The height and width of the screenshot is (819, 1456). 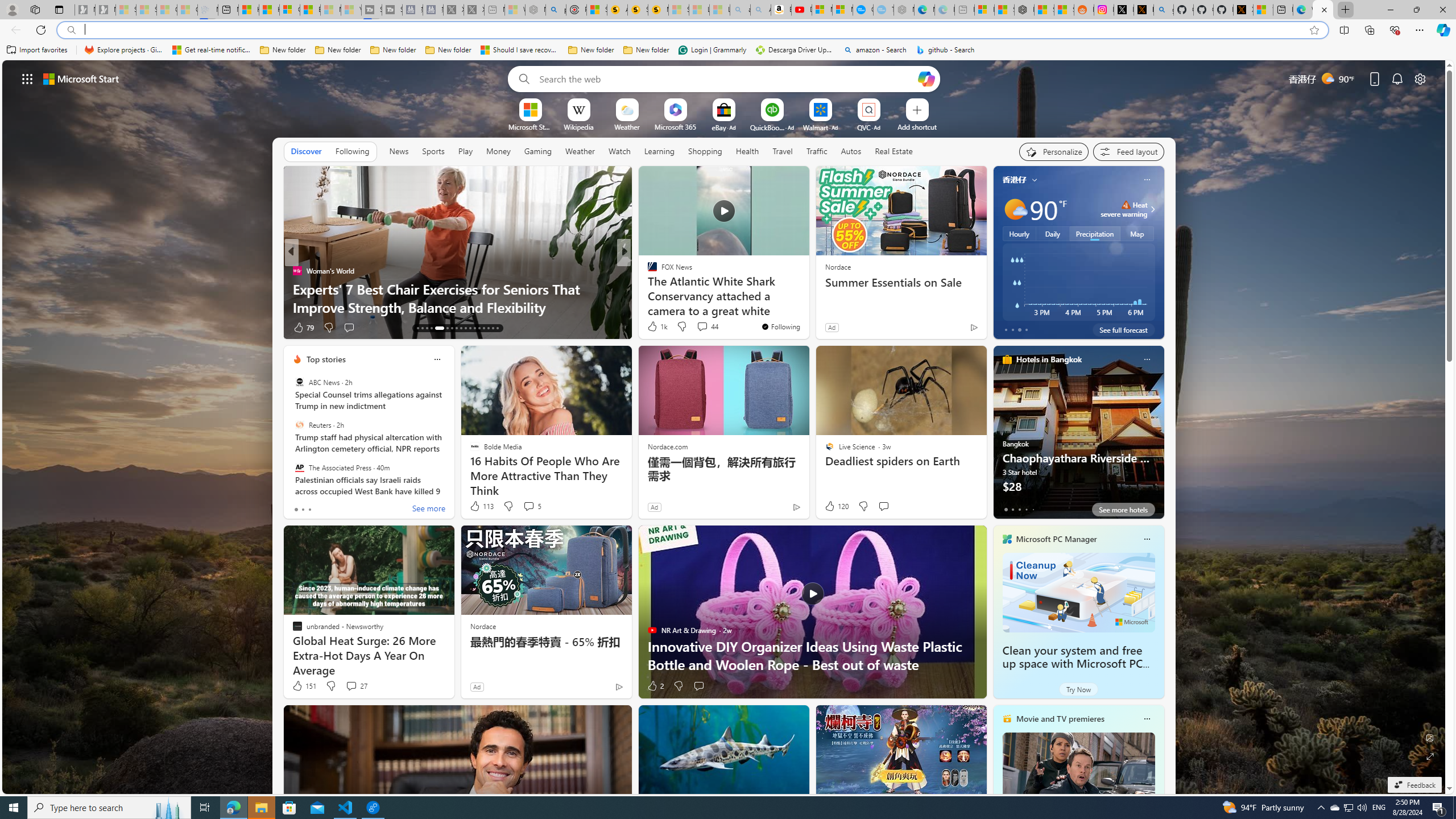 What do you see at coordinates (655, 327) in the screenshot?
I see `'186 Like'` at bounding box center [655, 327].